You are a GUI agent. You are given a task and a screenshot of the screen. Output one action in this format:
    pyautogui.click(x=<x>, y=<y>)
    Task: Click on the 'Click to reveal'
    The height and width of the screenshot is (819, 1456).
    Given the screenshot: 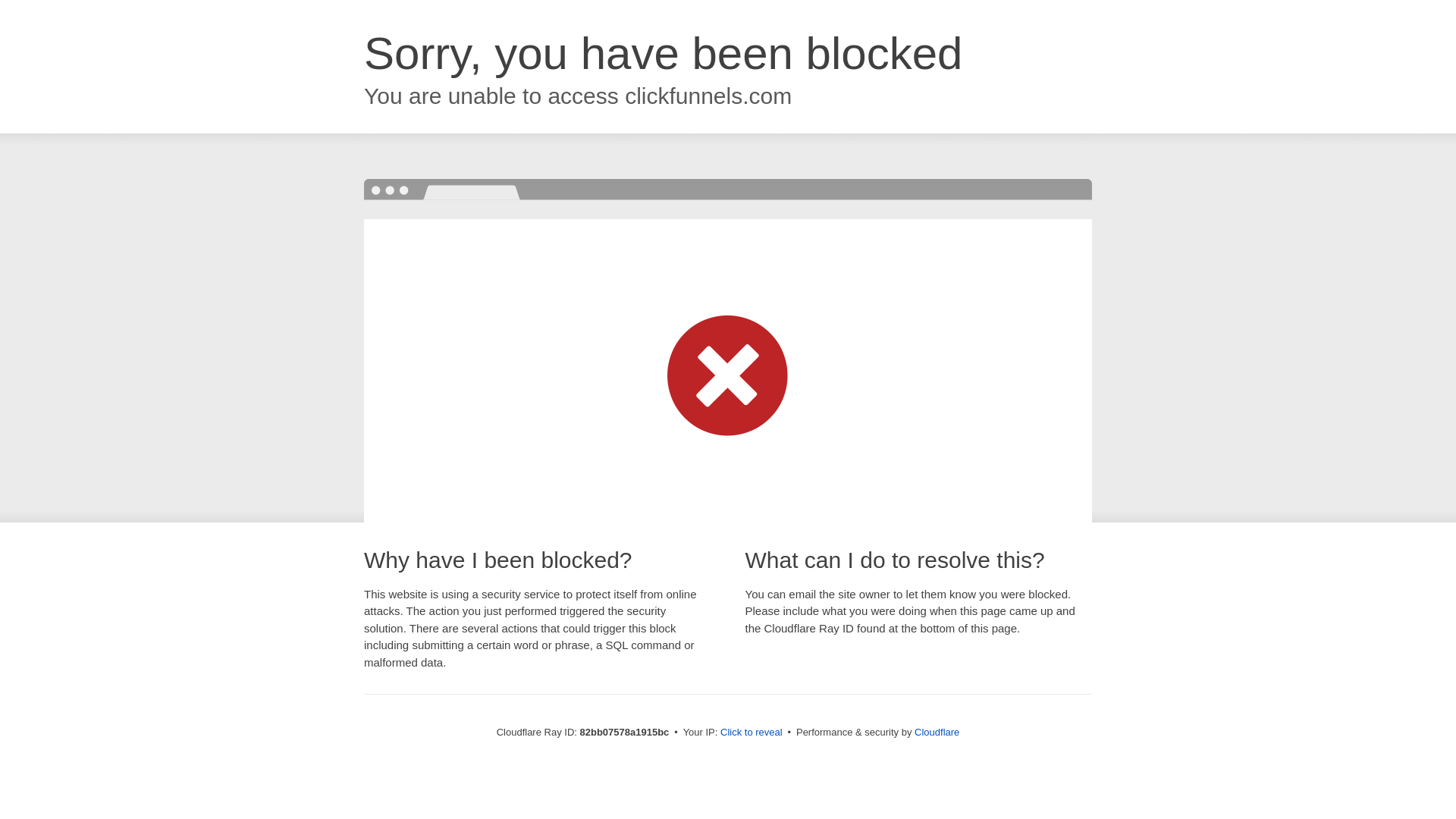 What is the action you would take?
    pyautogui.click(x=751, y=731)
    